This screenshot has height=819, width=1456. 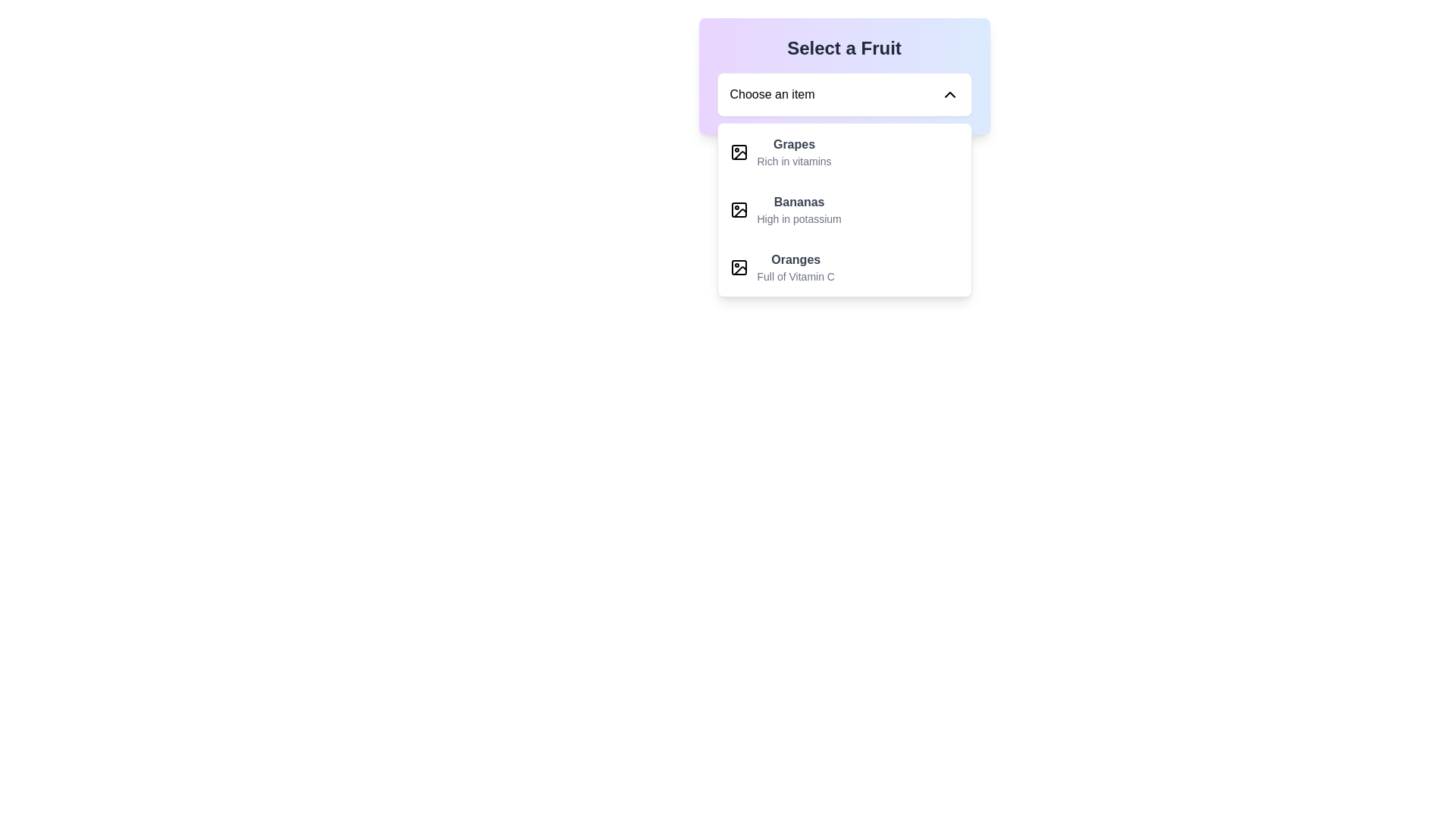 I want to click on the icon representing 'Grapes' located to the left of the text 'Grapes' and 'Rich in vitamins' in the list under 'Select a Fruit', so click(x=743, y=152).